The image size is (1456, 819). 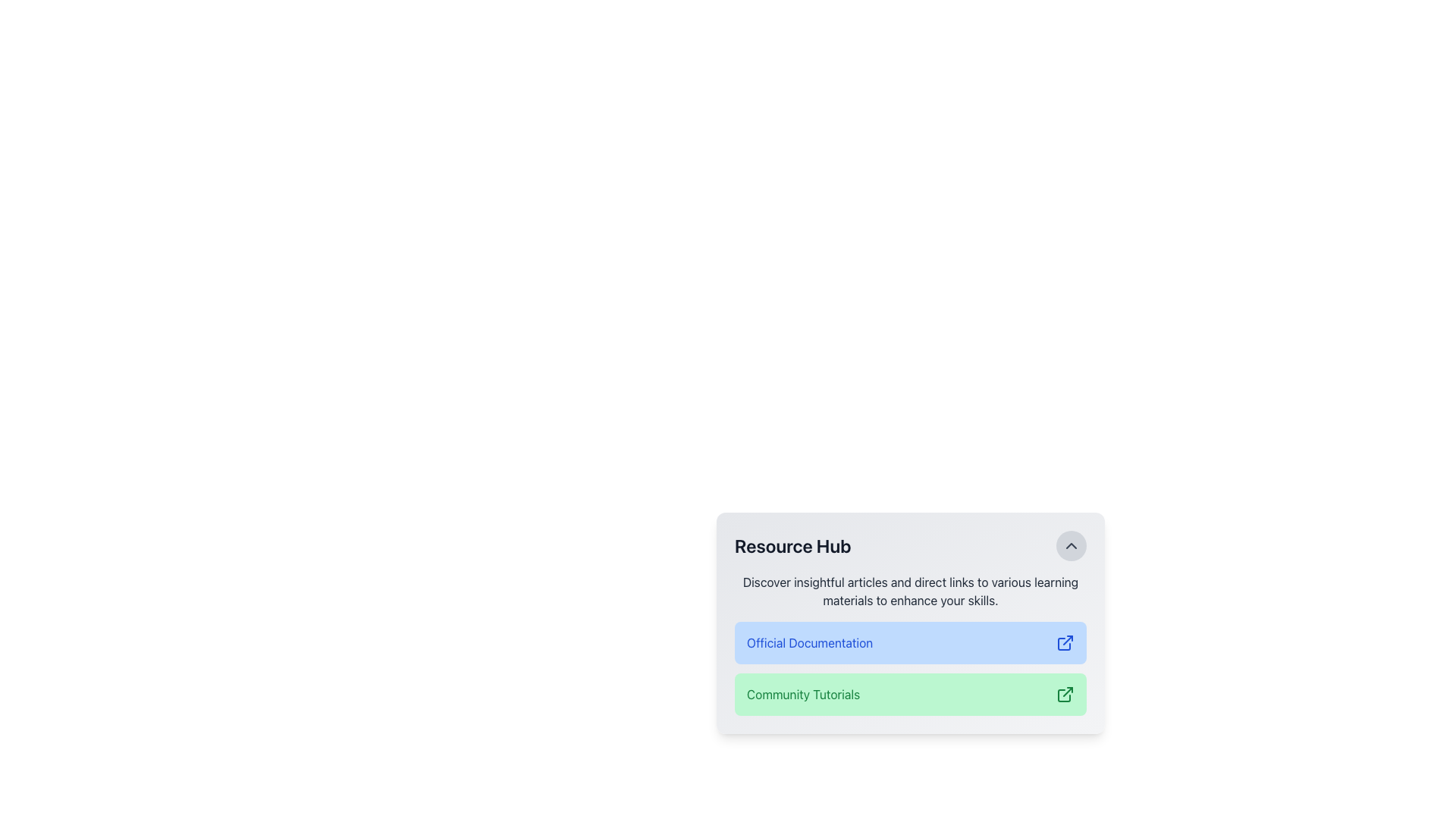 I want to click on the downward facing chevron arrow icon located in the circular button at the top right corner of the 'Resource Hub' card, so click(x=1070, y=546).